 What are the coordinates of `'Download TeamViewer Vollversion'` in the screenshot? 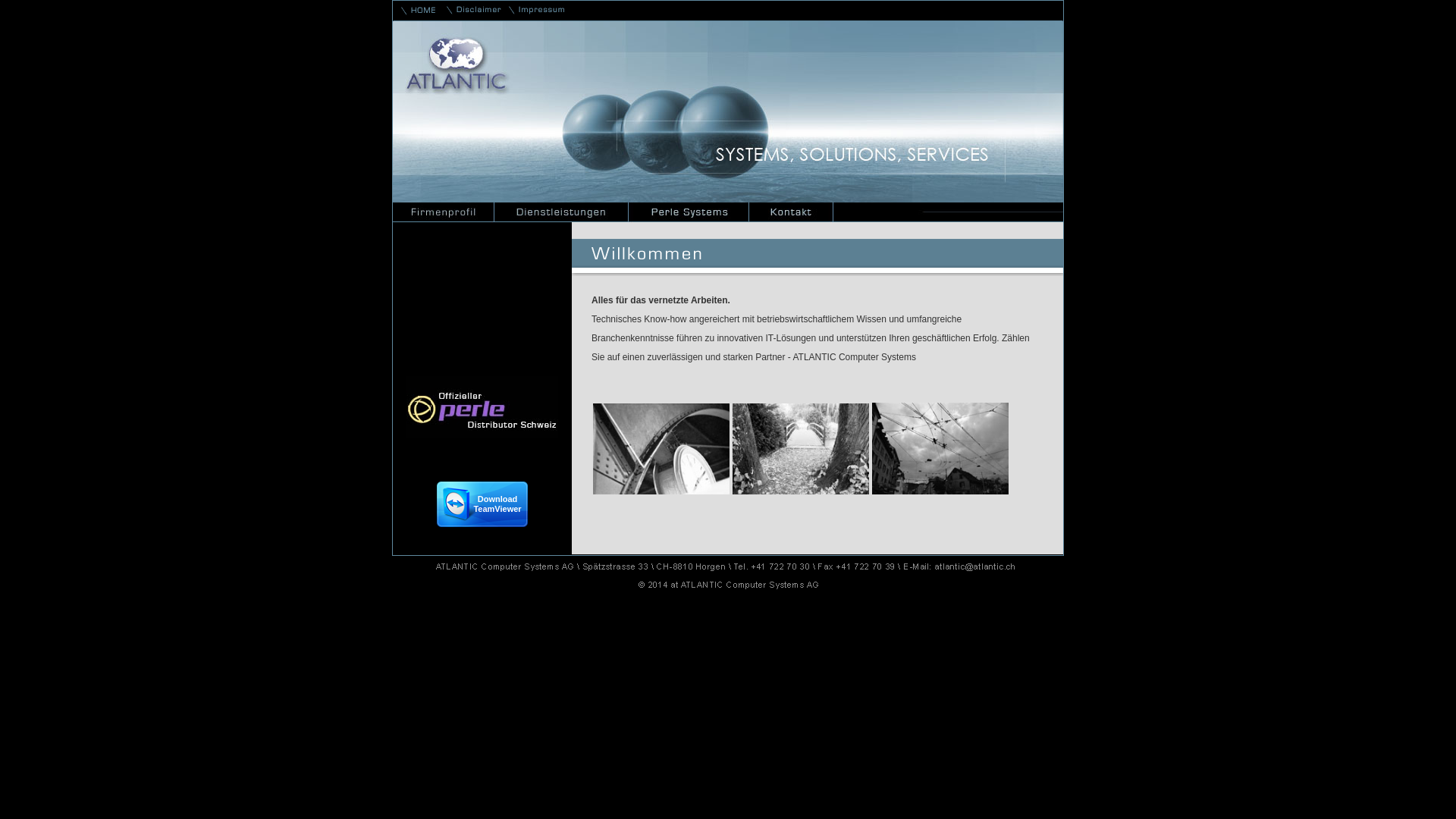 It's located at (481, 504).